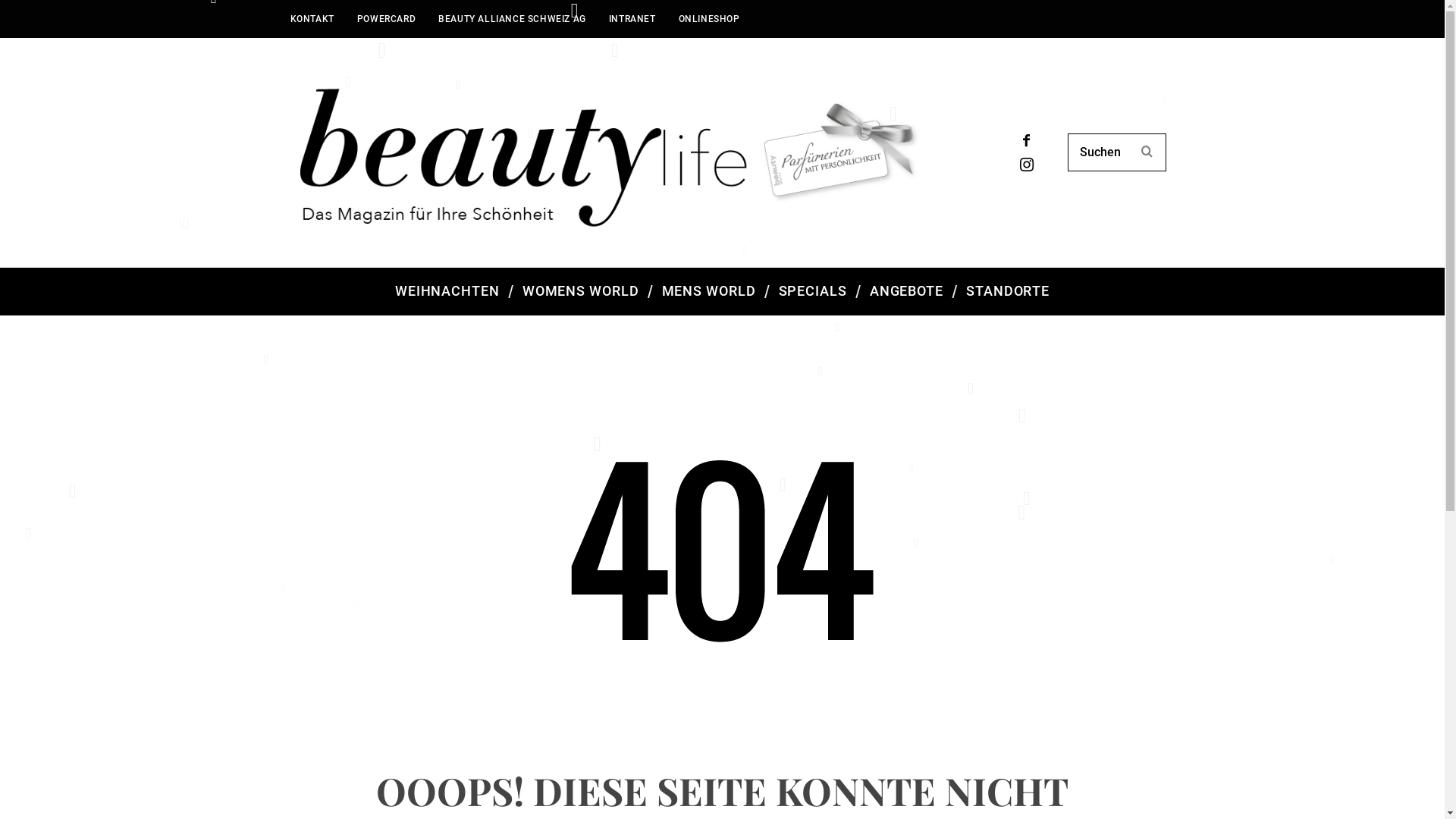 Image resolution: width=1456 pixels, height=819 pixels. I want to click on 'INTRANET', so click(632, 18).